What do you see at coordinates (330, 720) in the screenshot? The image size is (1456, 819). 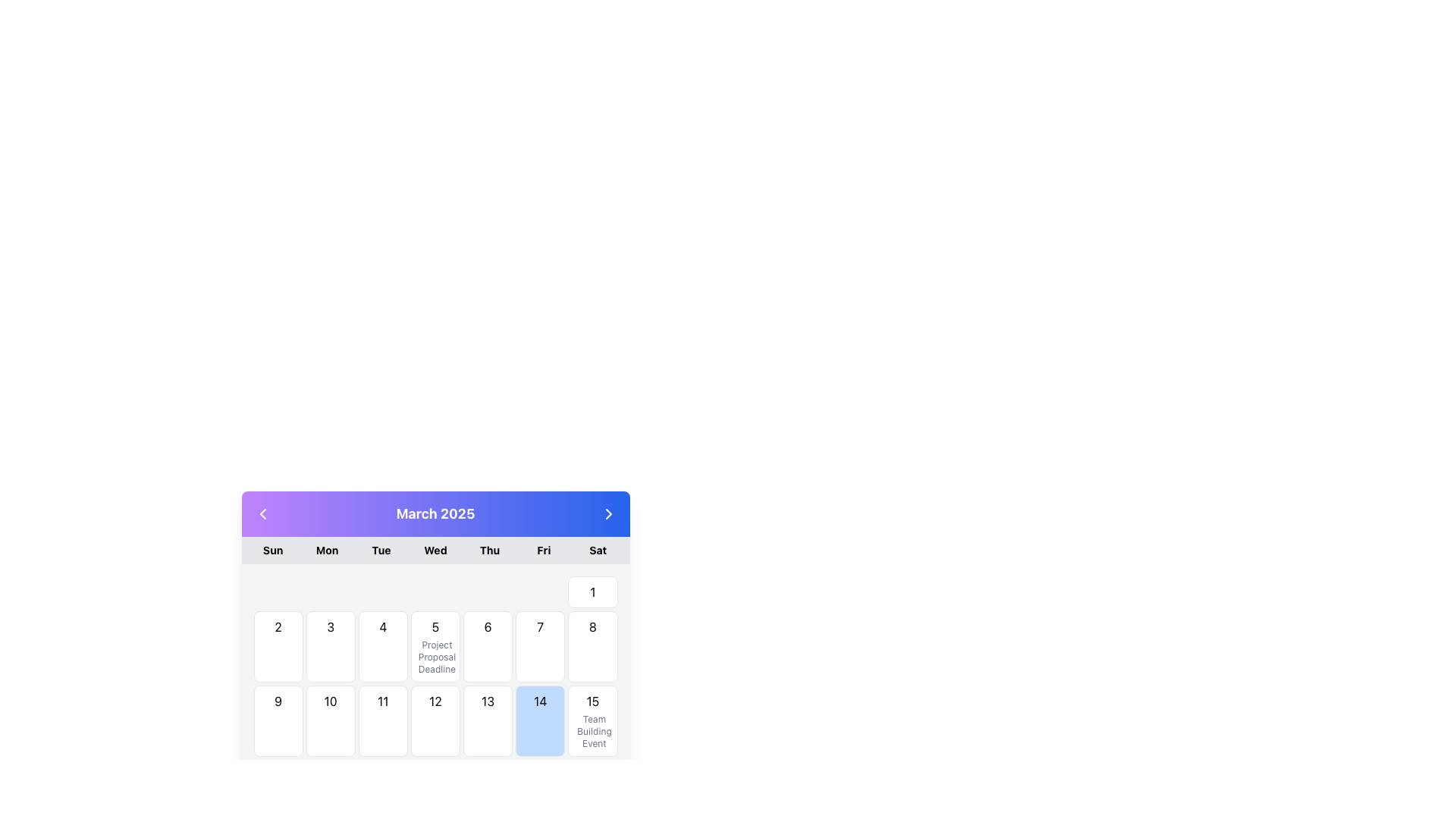 I see `the static calendar day box displaying the date '10'` at bounding box center [330, 720].